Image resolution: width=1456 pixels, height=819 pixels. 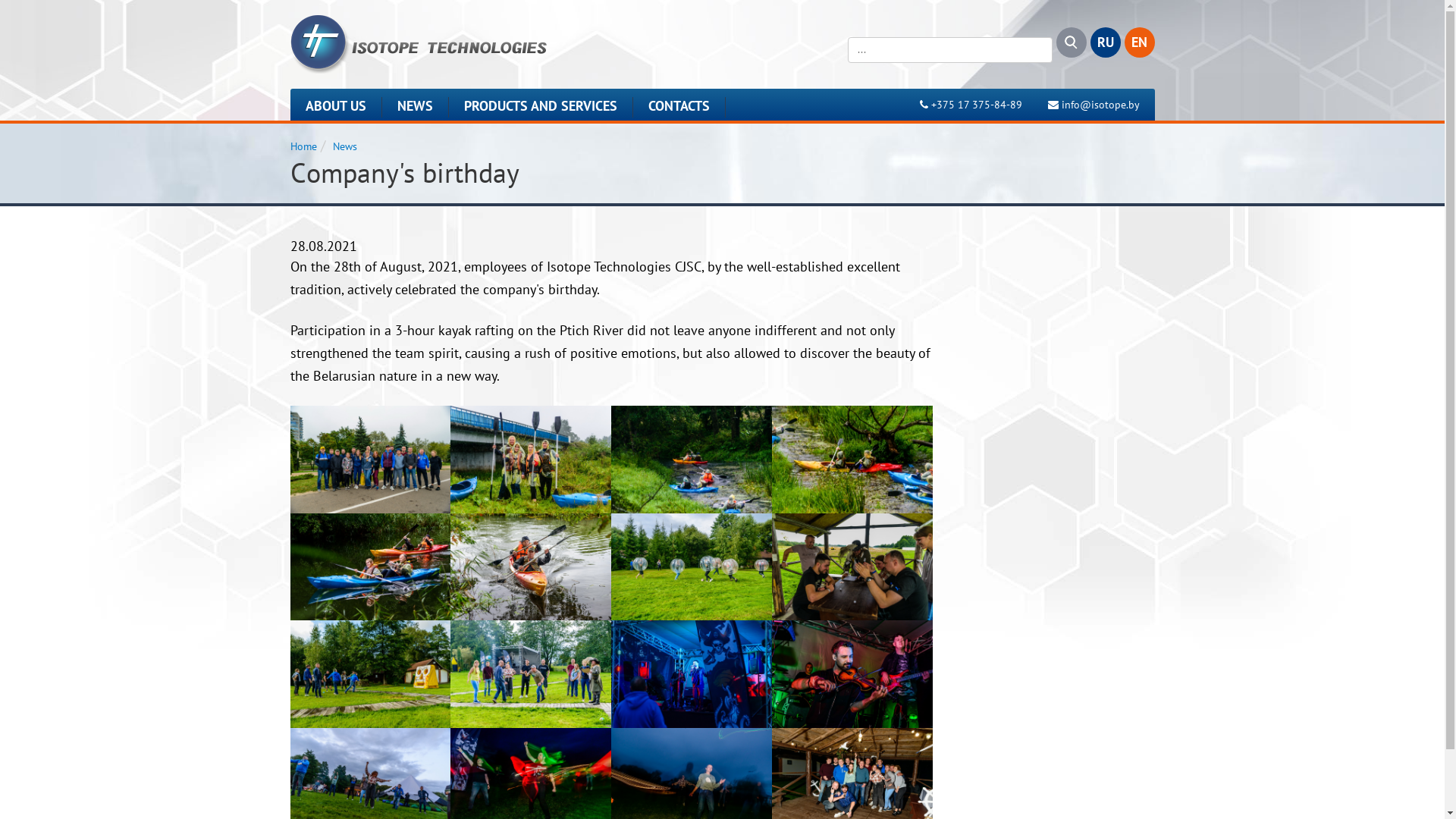 What do you see at coordinates (447, 106) in the screenshot?
I see `'PRODUCTS AND SERVICES'` at bounding box center [447, 106].